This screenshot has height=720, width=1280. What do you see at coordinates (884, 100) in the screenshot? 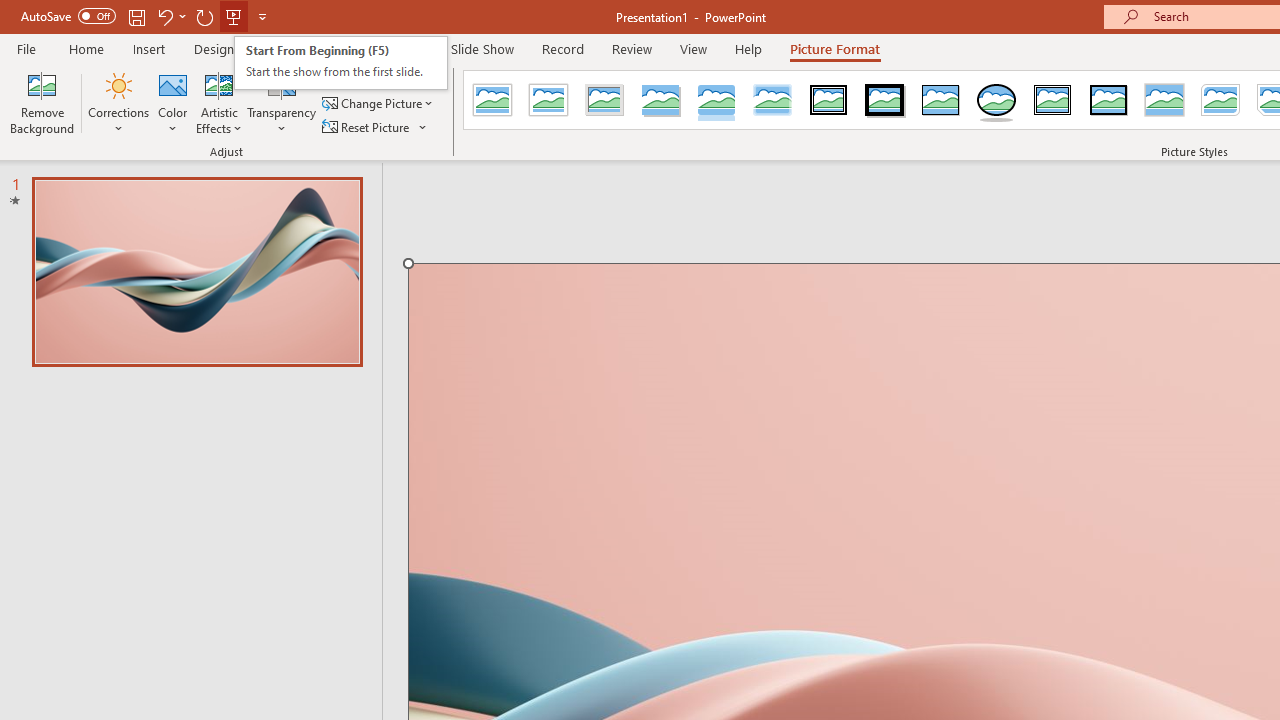
I see `'Thick Matte, Black'` at bounding box center [884, 100].